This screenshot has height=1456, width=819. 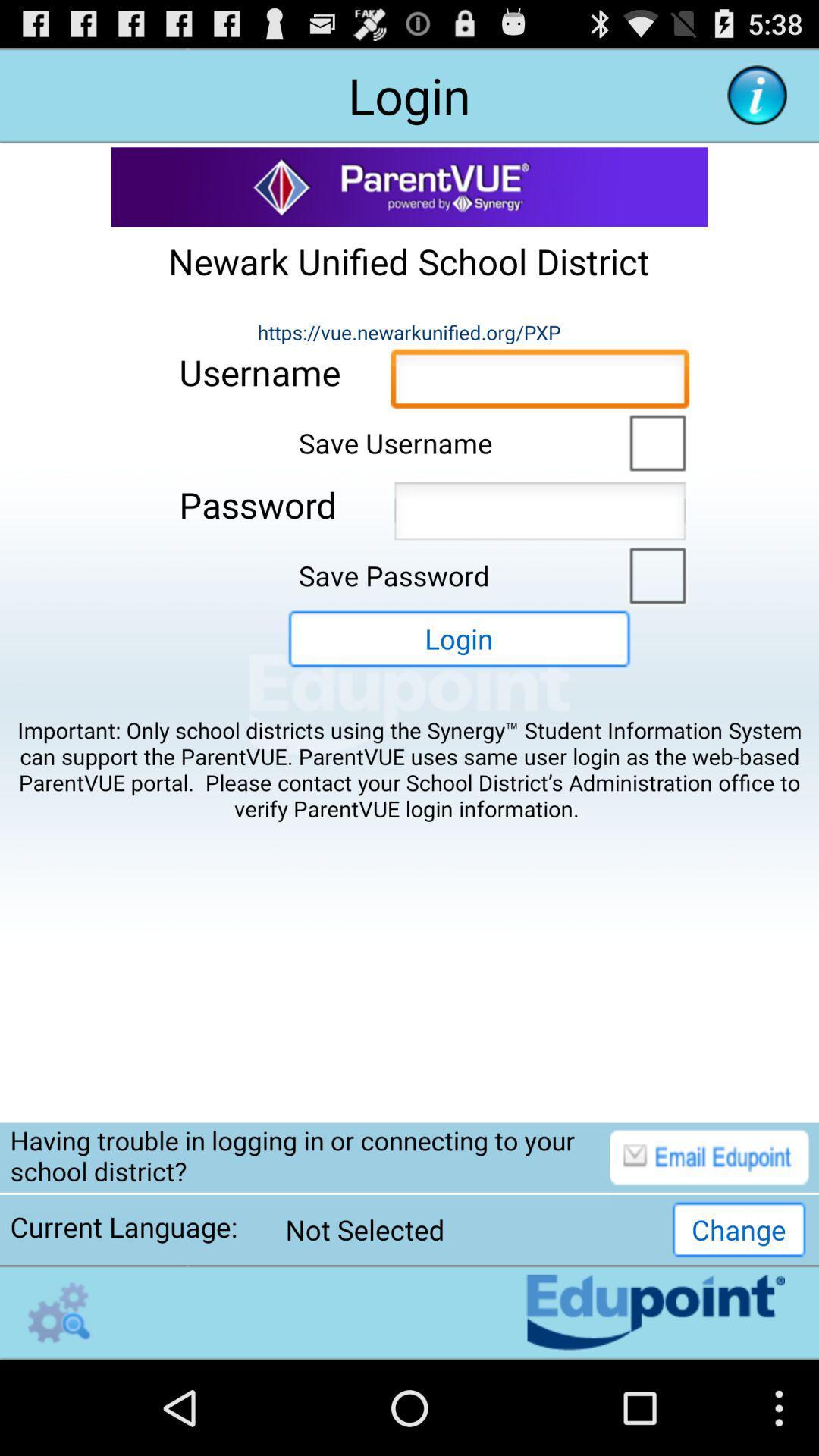 What do you see at coordinates (58, 1312) in the screenshot?
I see `the endupoint` at bounding box center [58, 1312].